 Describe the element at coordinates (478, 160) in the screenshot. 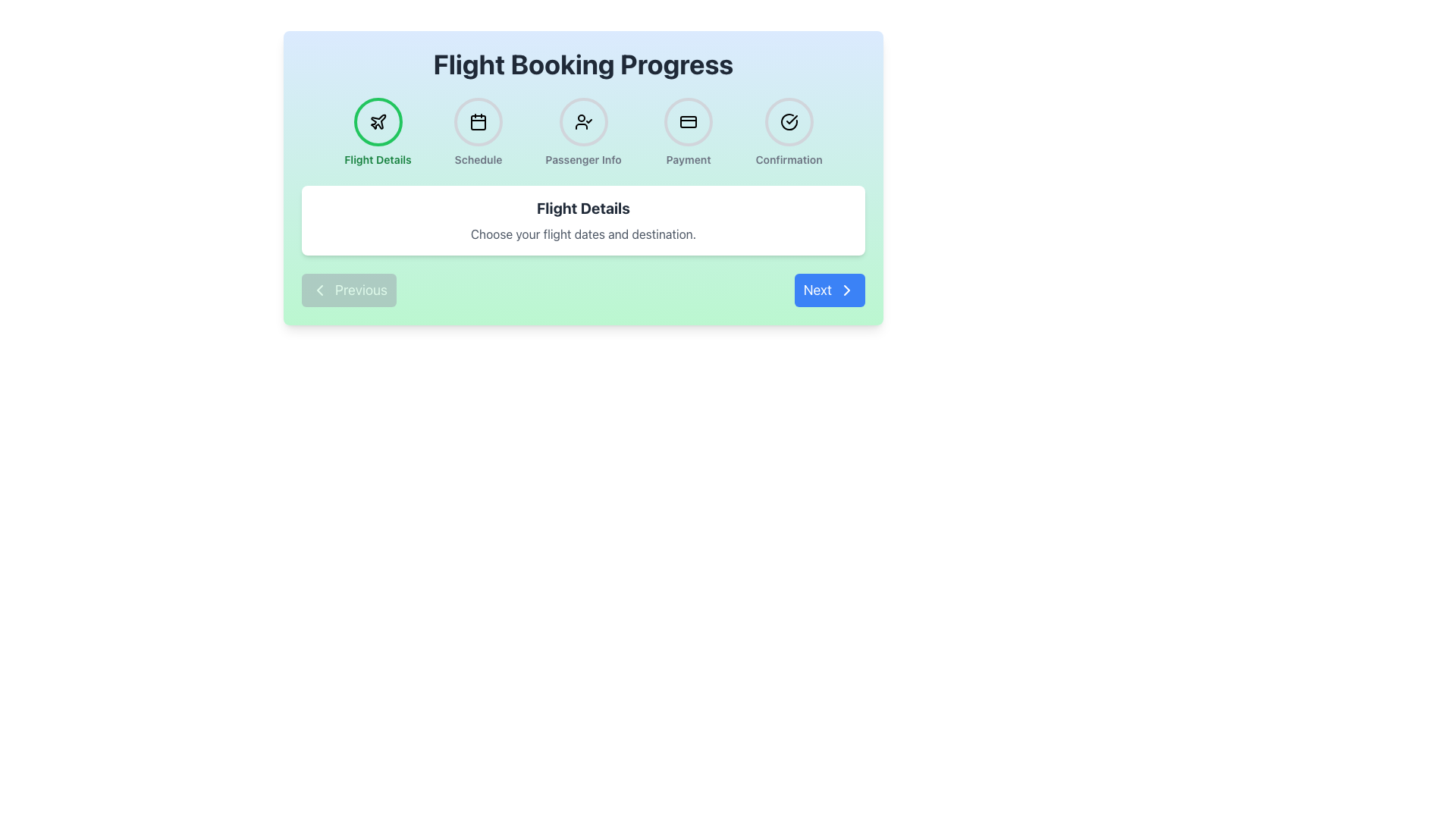

I see `text label that displays the word 'Schedule' in bold gray font, located below the calendar icon in the progress tracker section` at that location.